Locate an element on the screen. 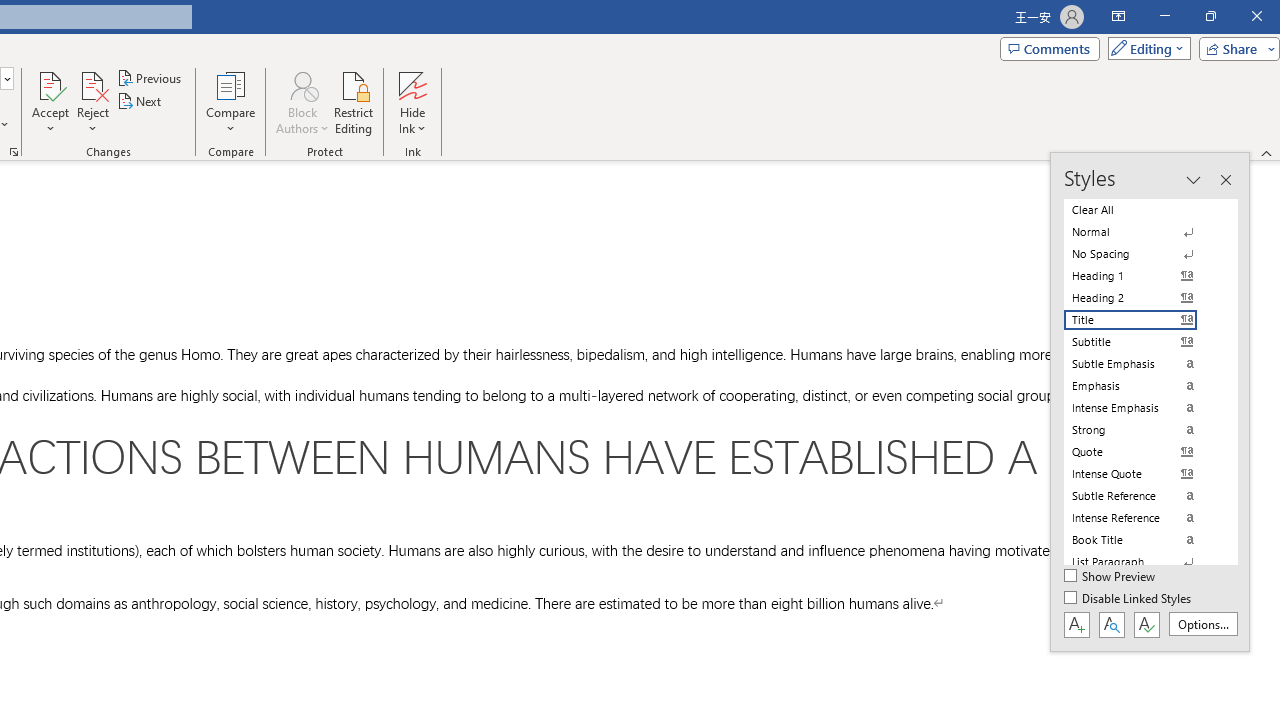 This screenshot has width=1280, height=720. 'Block Authors' is located at coordinates (301, 84).